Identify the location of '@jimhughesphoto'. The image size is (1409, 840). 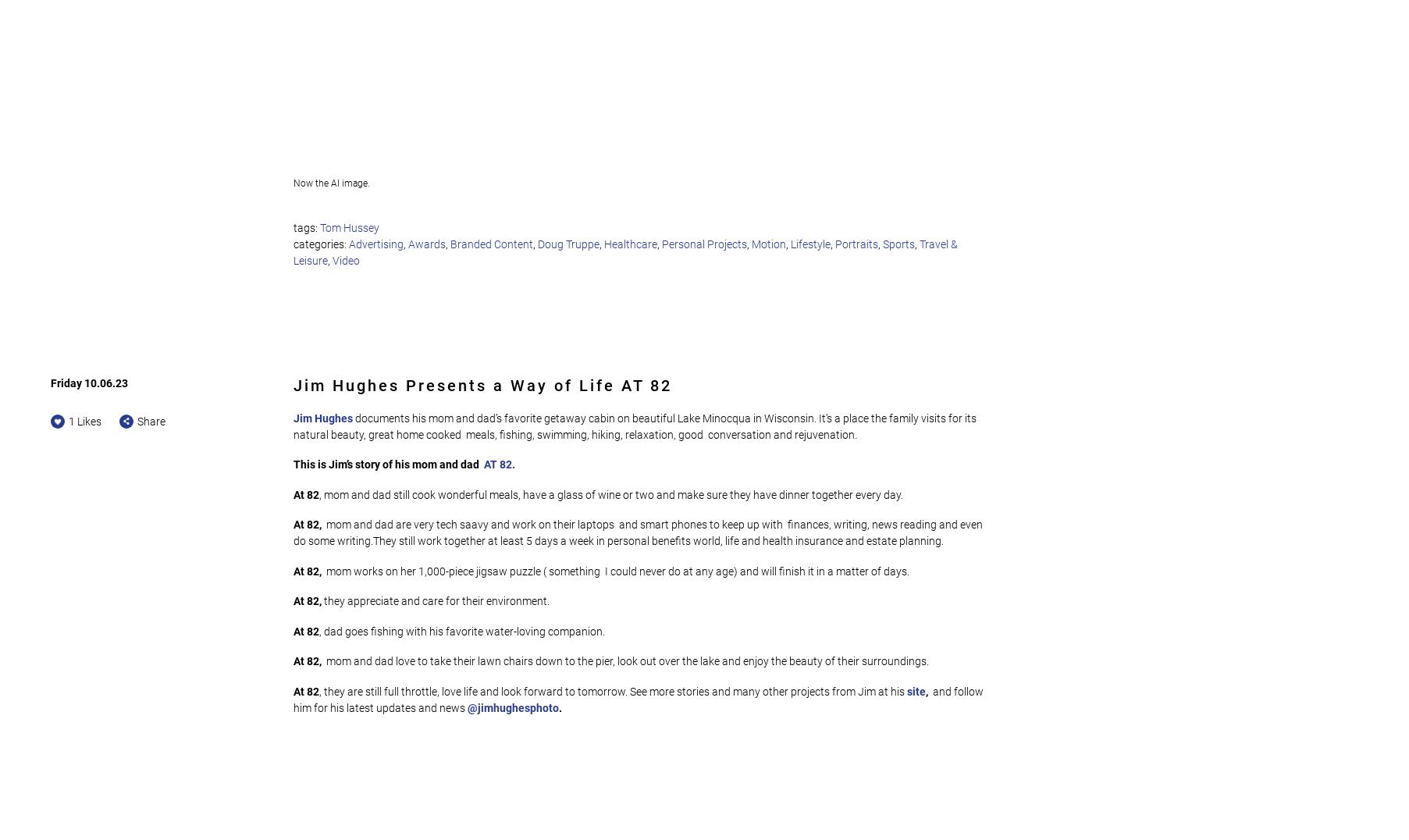
(513, 706).